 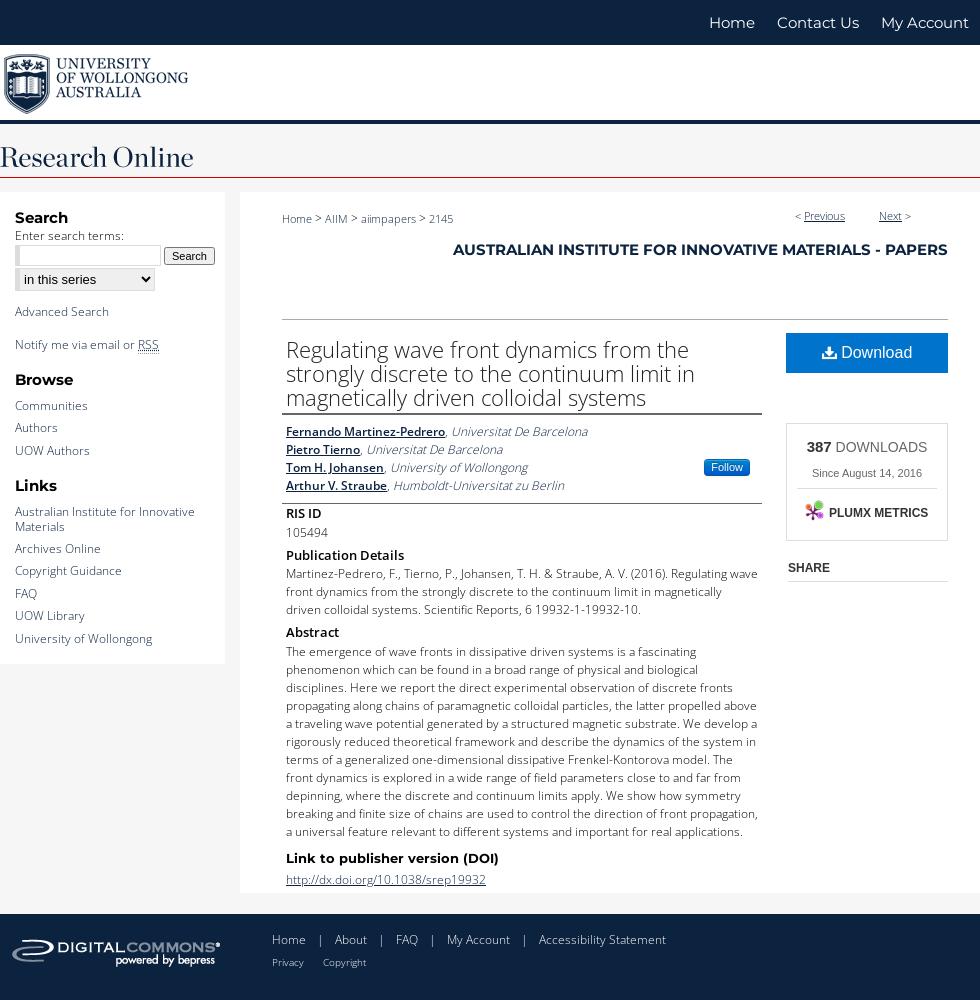 I want to click on 'Browse', so click(x=14, y=378).